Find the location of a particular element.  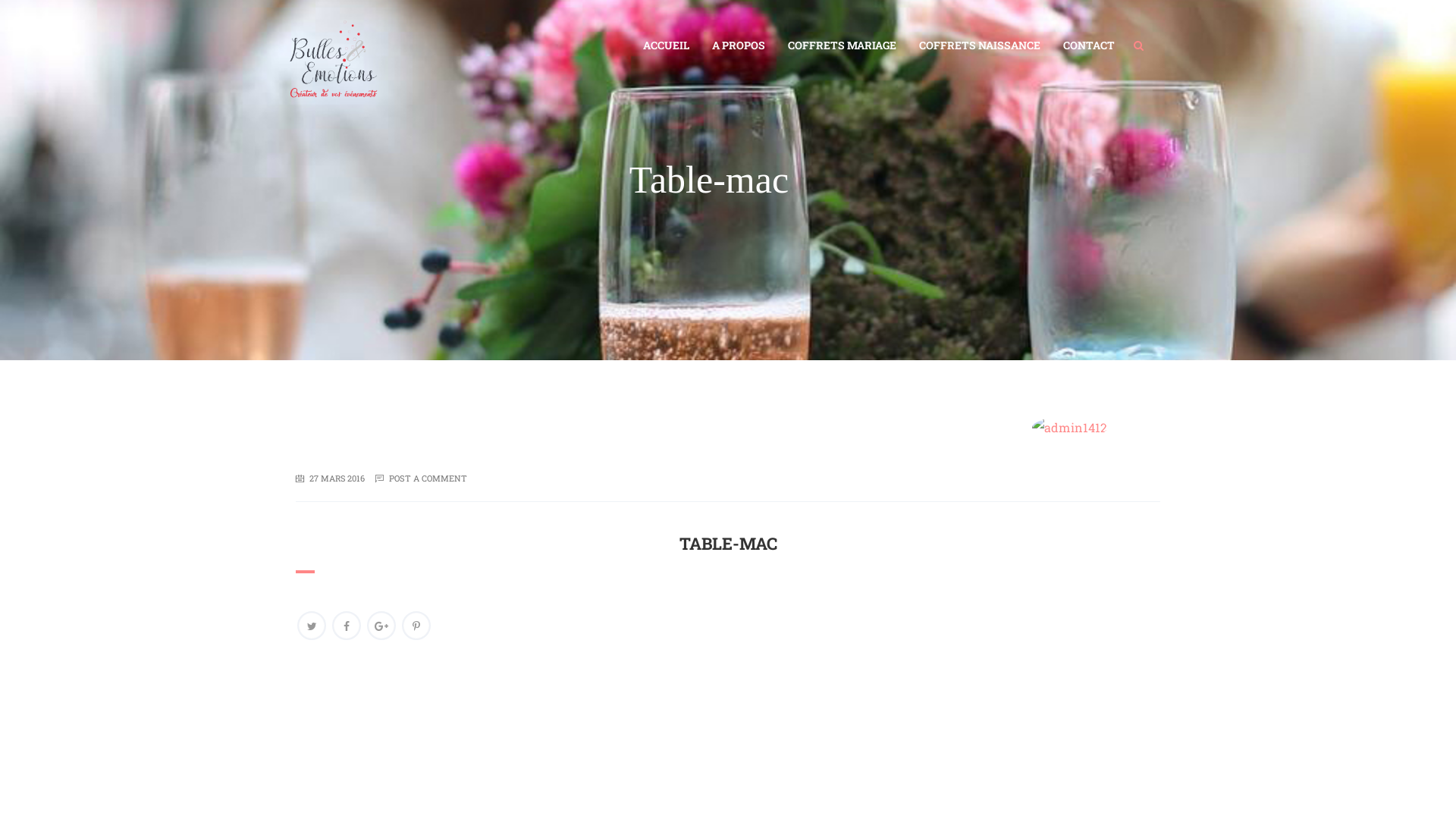

'Facebook' is located at coordinates (345, 626).